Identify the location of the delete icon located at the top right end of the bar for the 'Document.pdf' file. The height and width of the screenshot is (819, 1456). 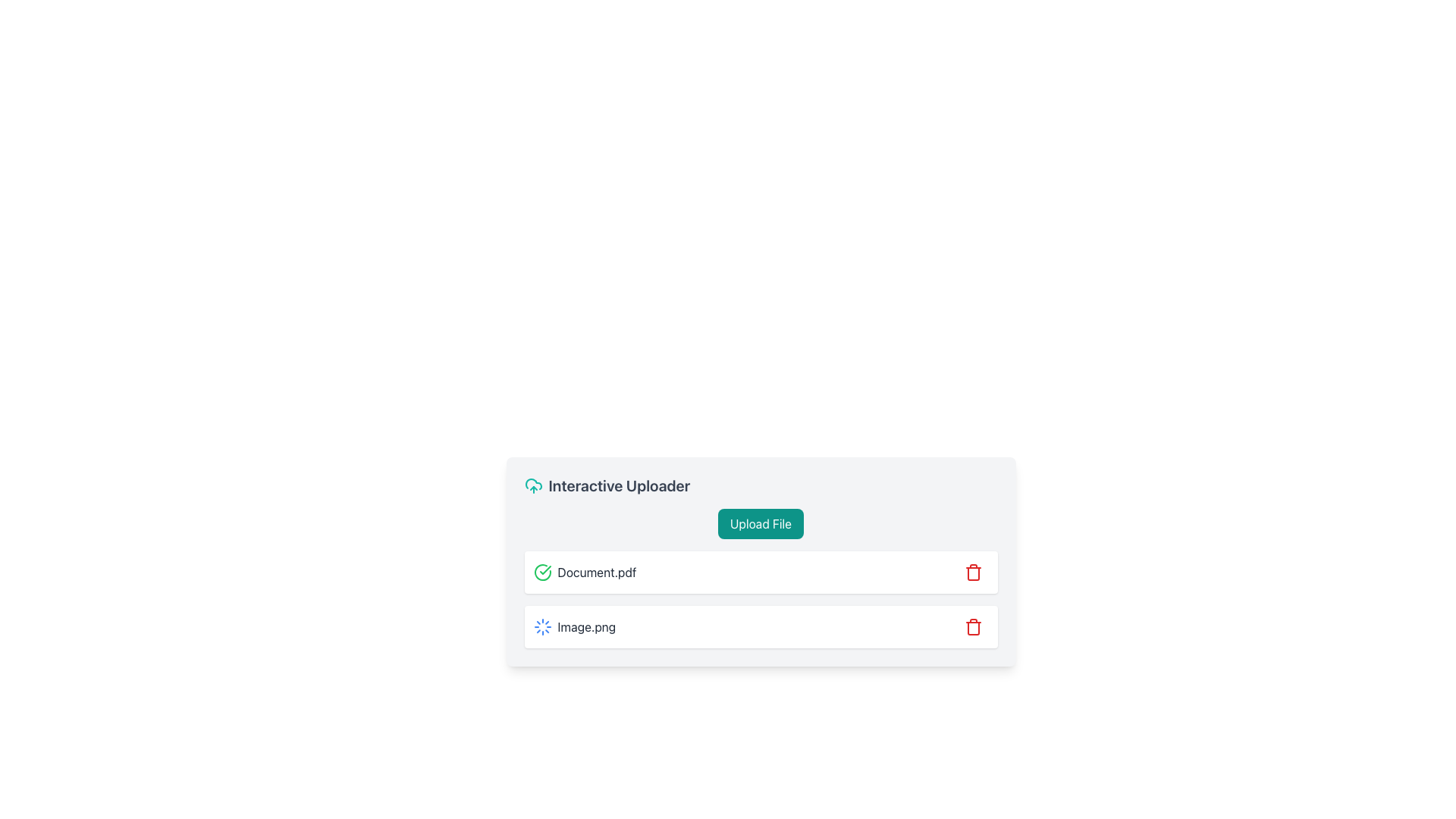
(973, 573).